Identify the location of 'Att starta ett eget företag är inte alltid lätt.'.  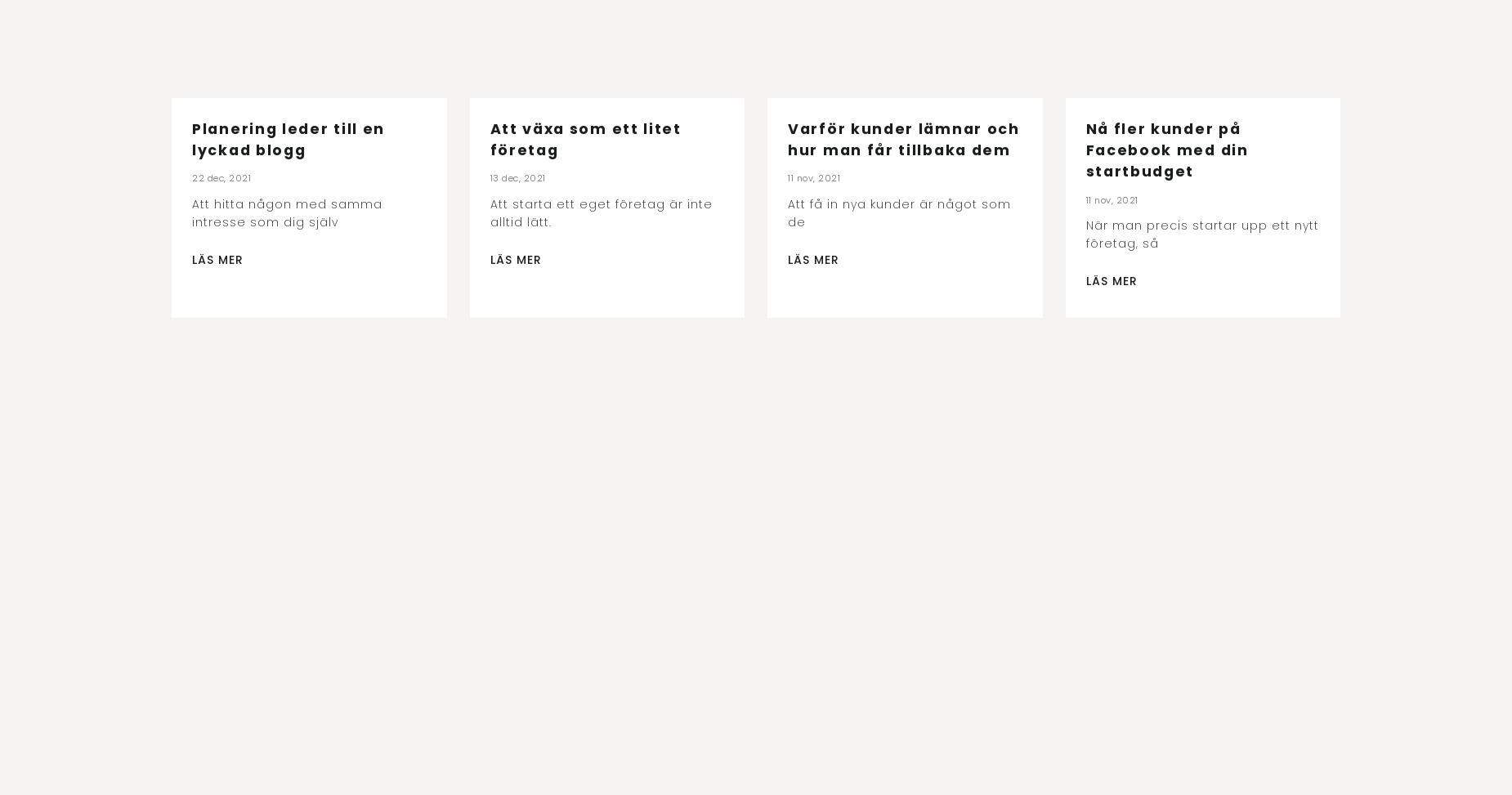
(601, 211).